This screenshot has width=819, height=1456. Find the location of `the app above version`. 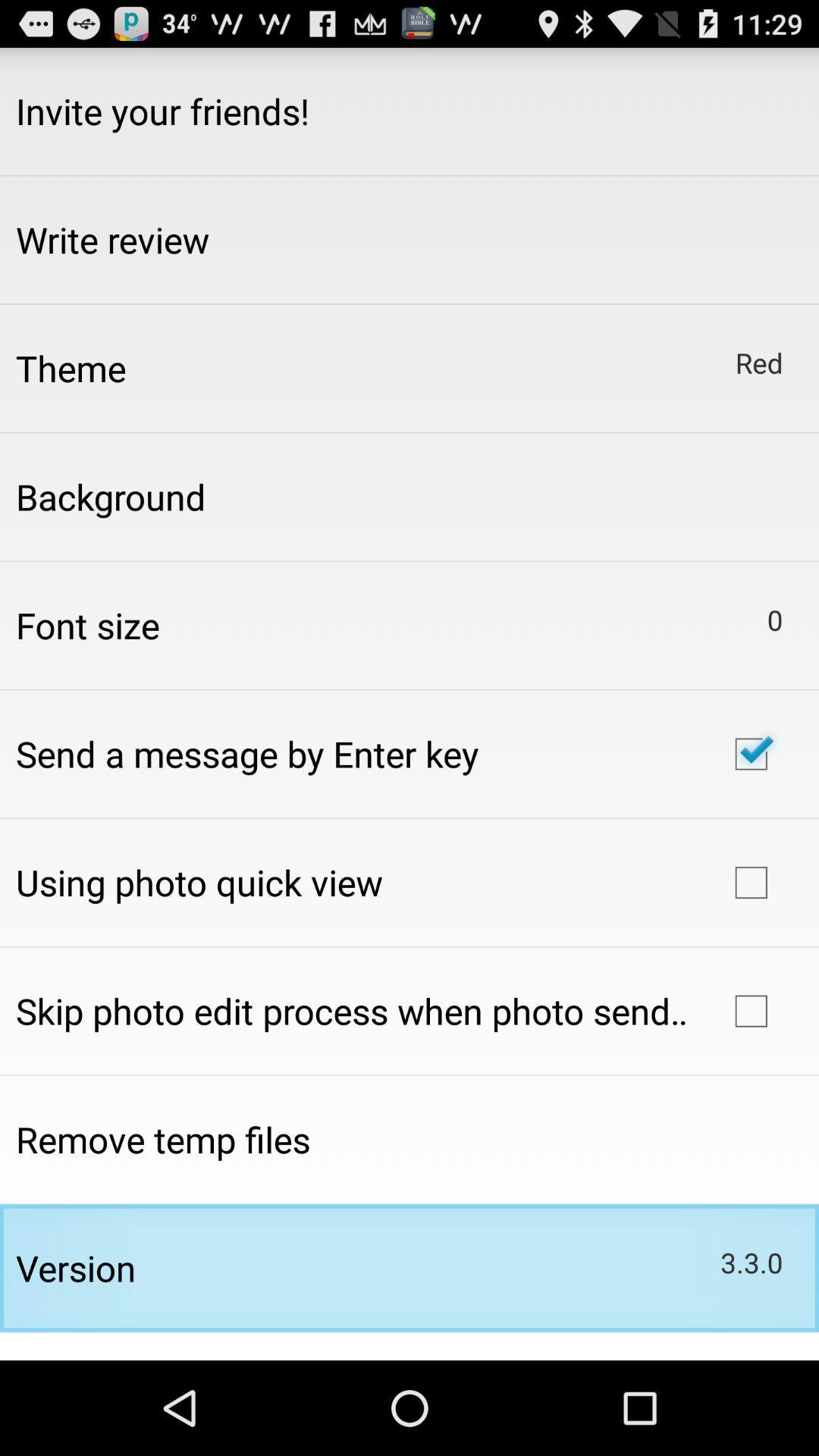

the app above version is located at coordinates (163, 1139).